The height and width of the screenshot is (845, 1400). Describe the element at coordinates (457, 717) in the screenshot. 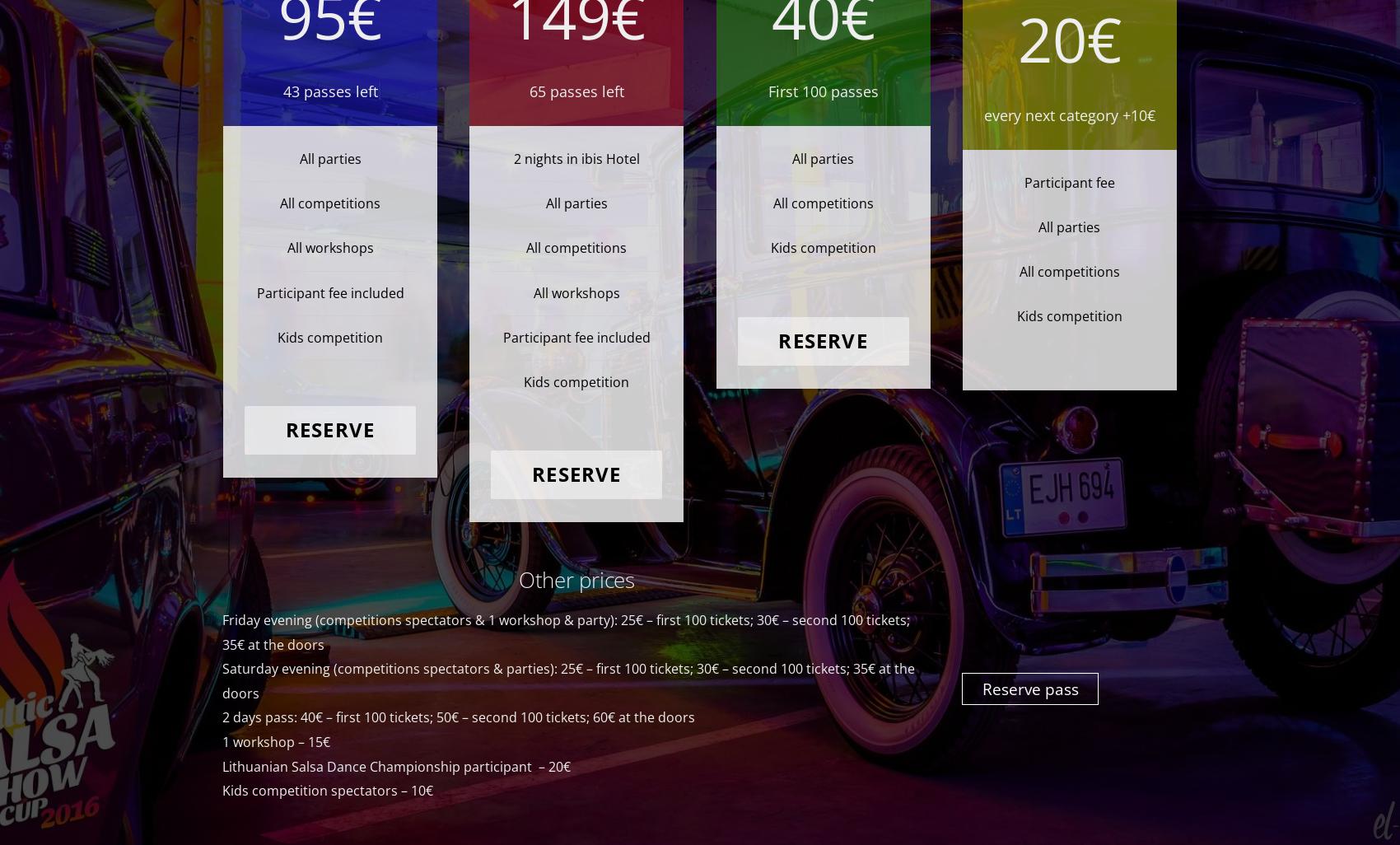

I see `'2 days pass: 40€ – first 100 tickets; 50€ – second 100 tickets; 60€ at the doors'` at that location.